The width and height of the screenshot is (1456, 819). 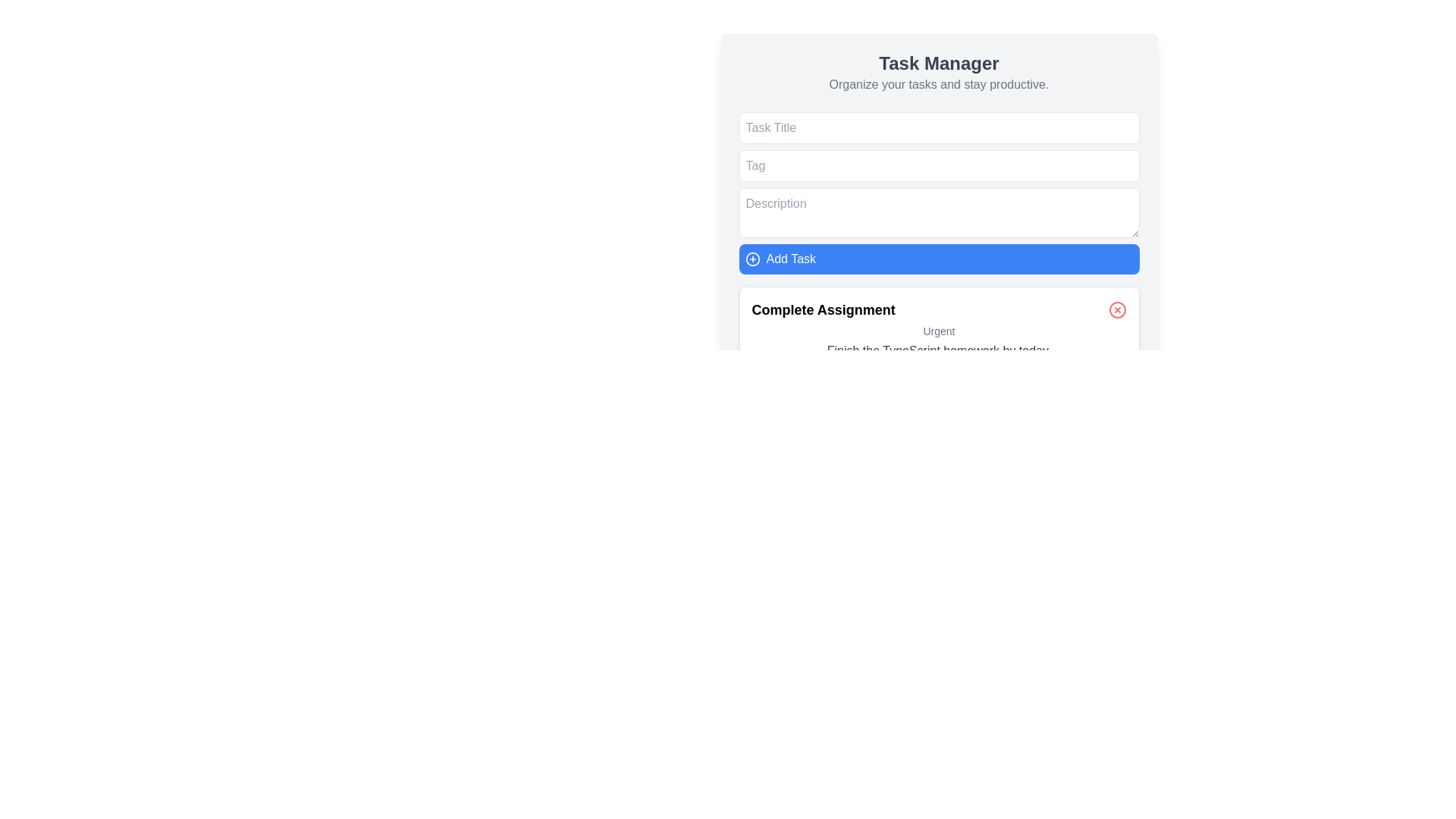 What do you see at coordinates (752, 259) in the screenshot?
I see `the blue and white plus symbol icon inside the circular border located on the left side of the 'Add Task' button in the Task Manager interface` at bounding box center [752, 259].